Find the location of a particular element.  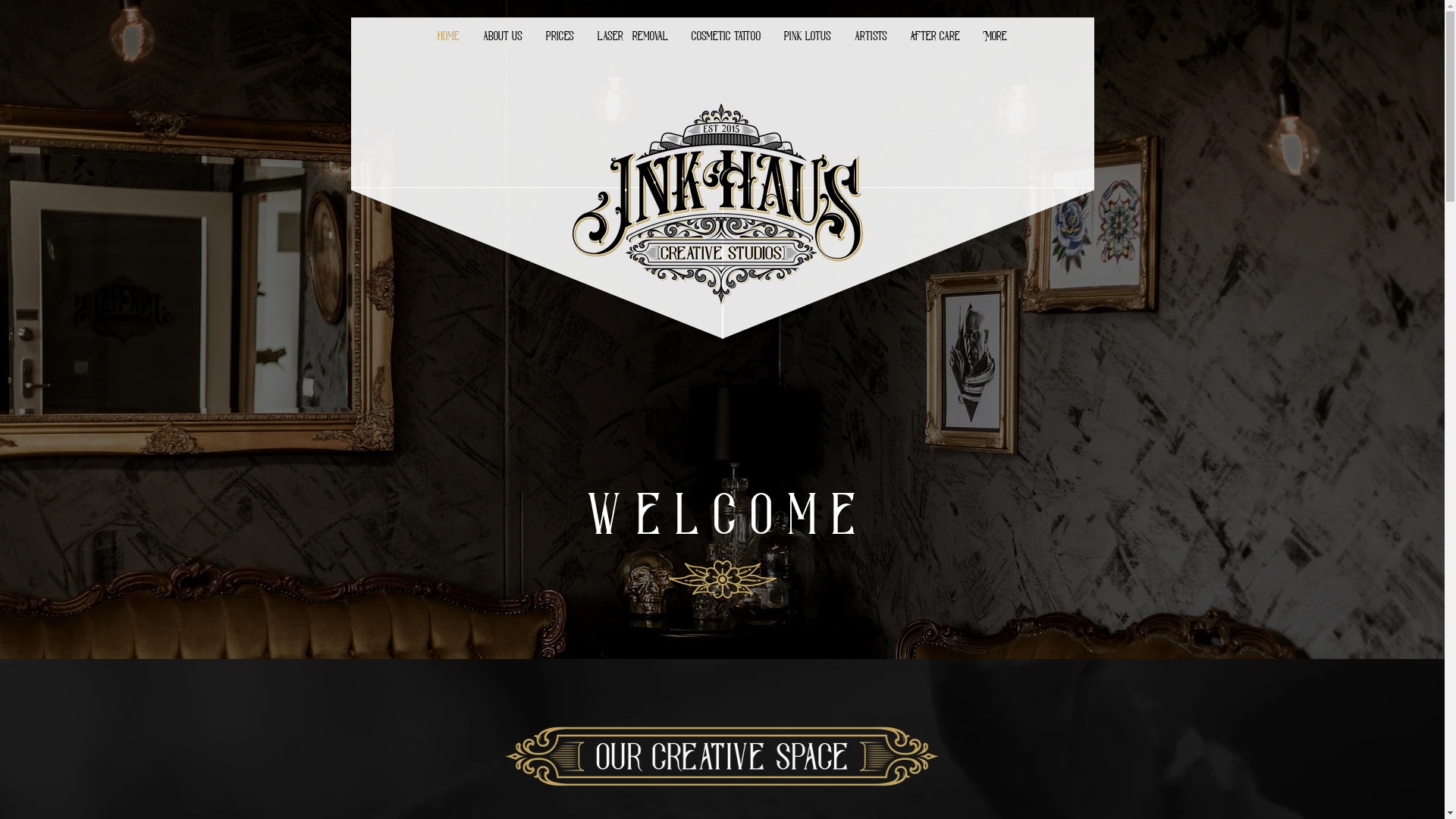

'artists' is located at coordinates (843, 35).